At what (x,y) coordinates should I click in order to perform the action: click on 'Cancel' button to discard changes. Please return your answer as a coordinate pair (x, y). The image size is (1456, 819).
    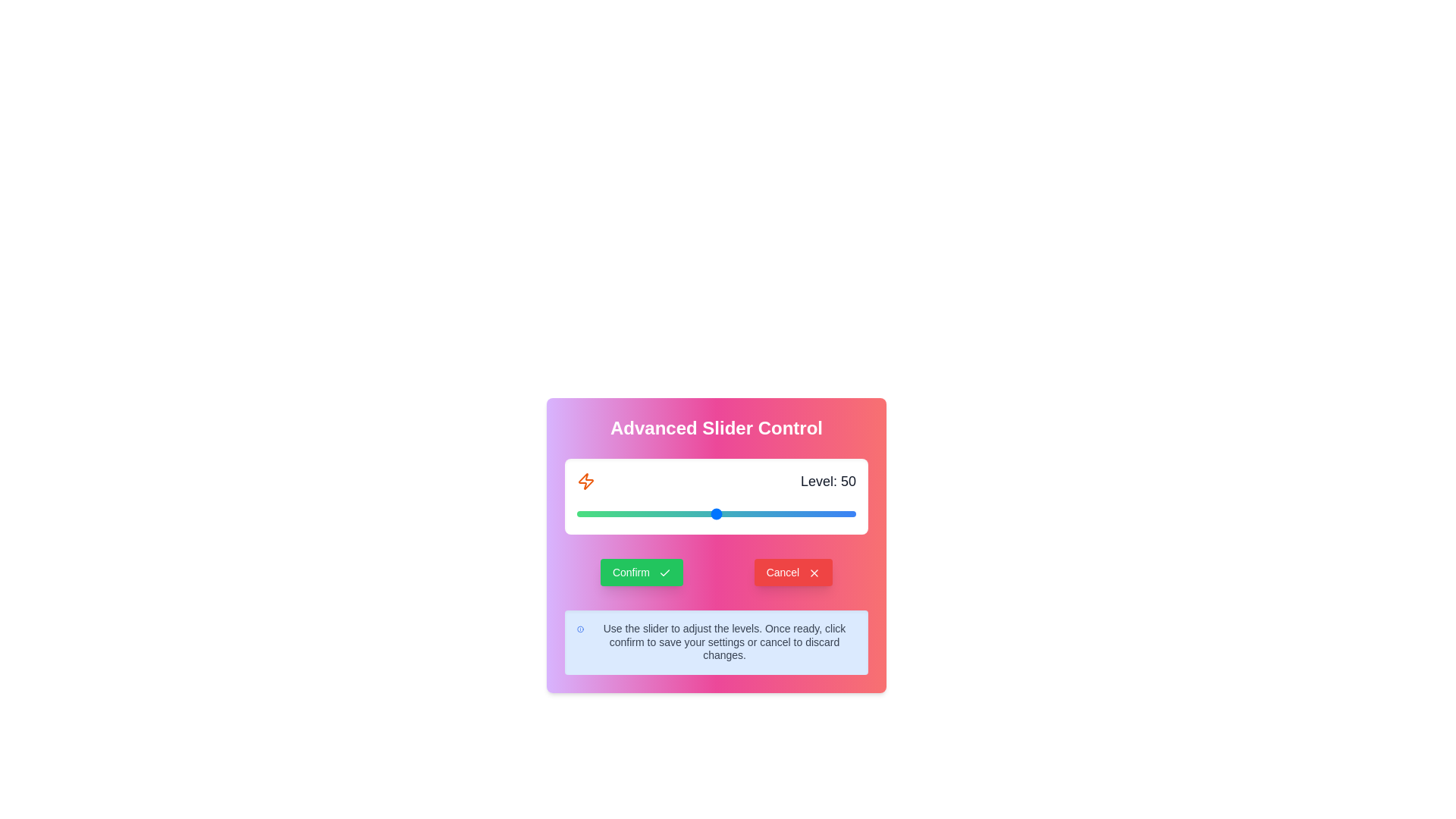
    Looking at the image, I should click on (792, 573).